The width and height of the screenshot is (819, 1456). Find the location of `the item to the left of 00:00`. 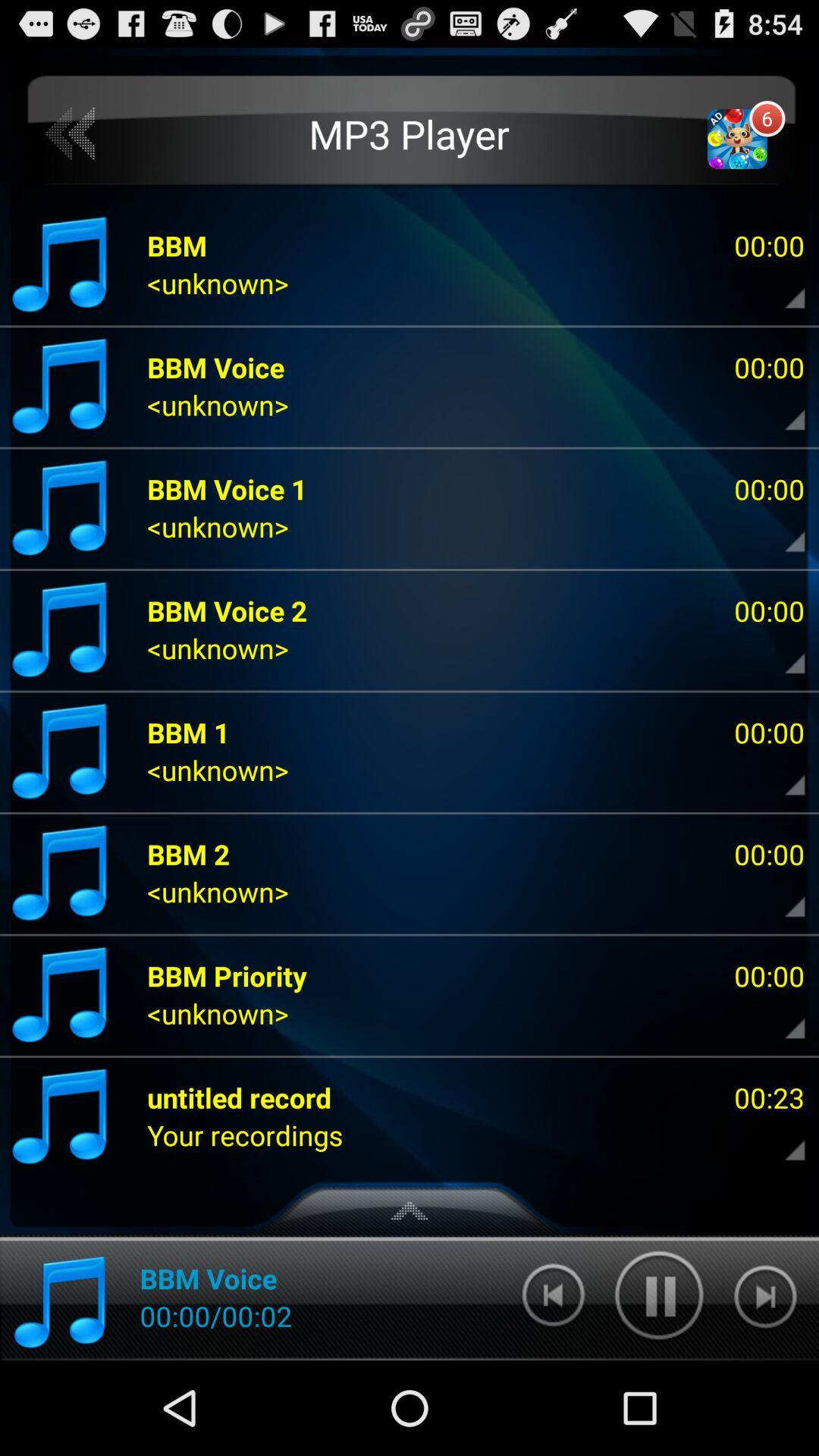

the item to the left of 00:00 is located at coordinates (227, 975).